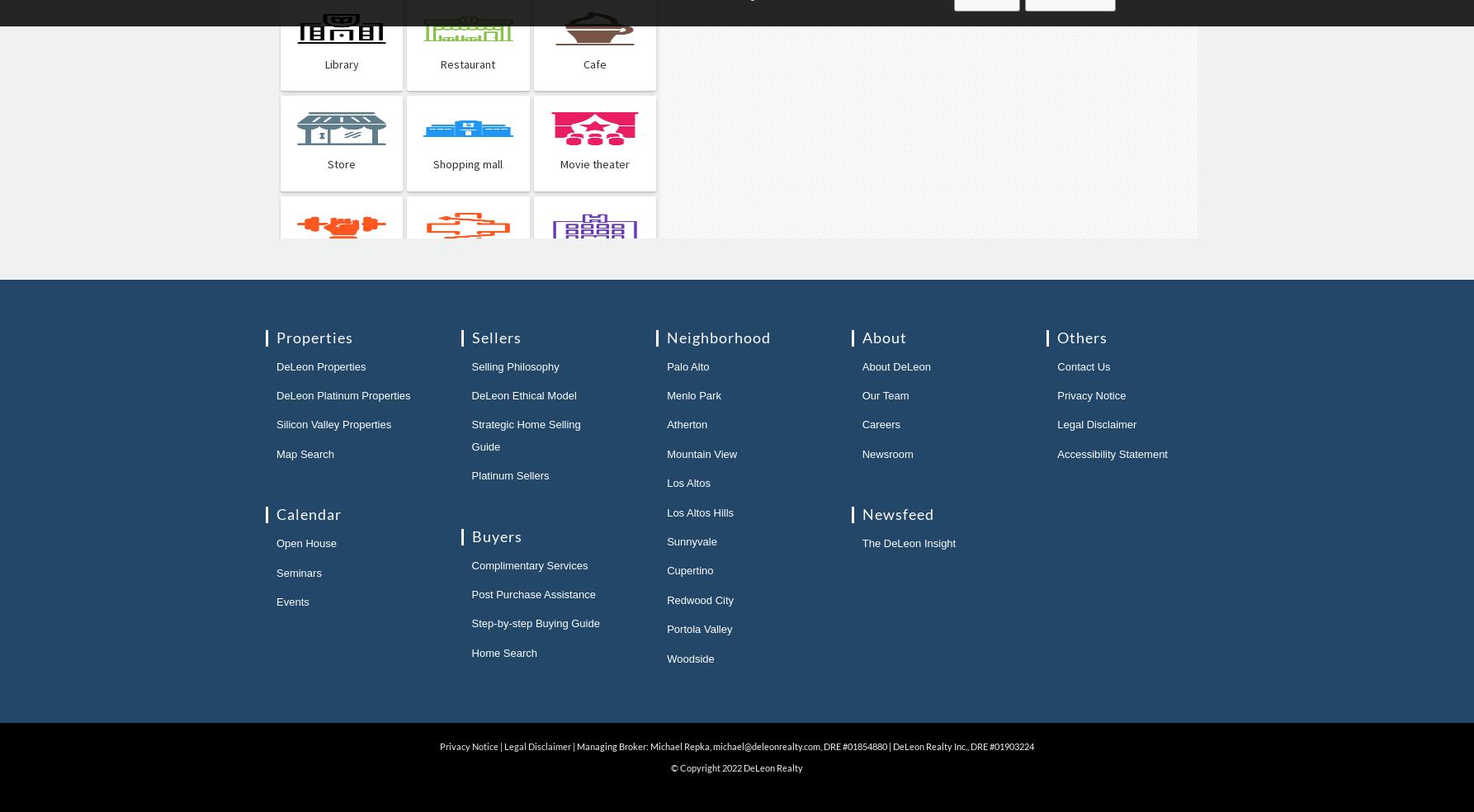  What do you see at coordinates (699, 512) in the screenshot?
I see `'Los Altos Hills'` at bounding box center [699, 512].